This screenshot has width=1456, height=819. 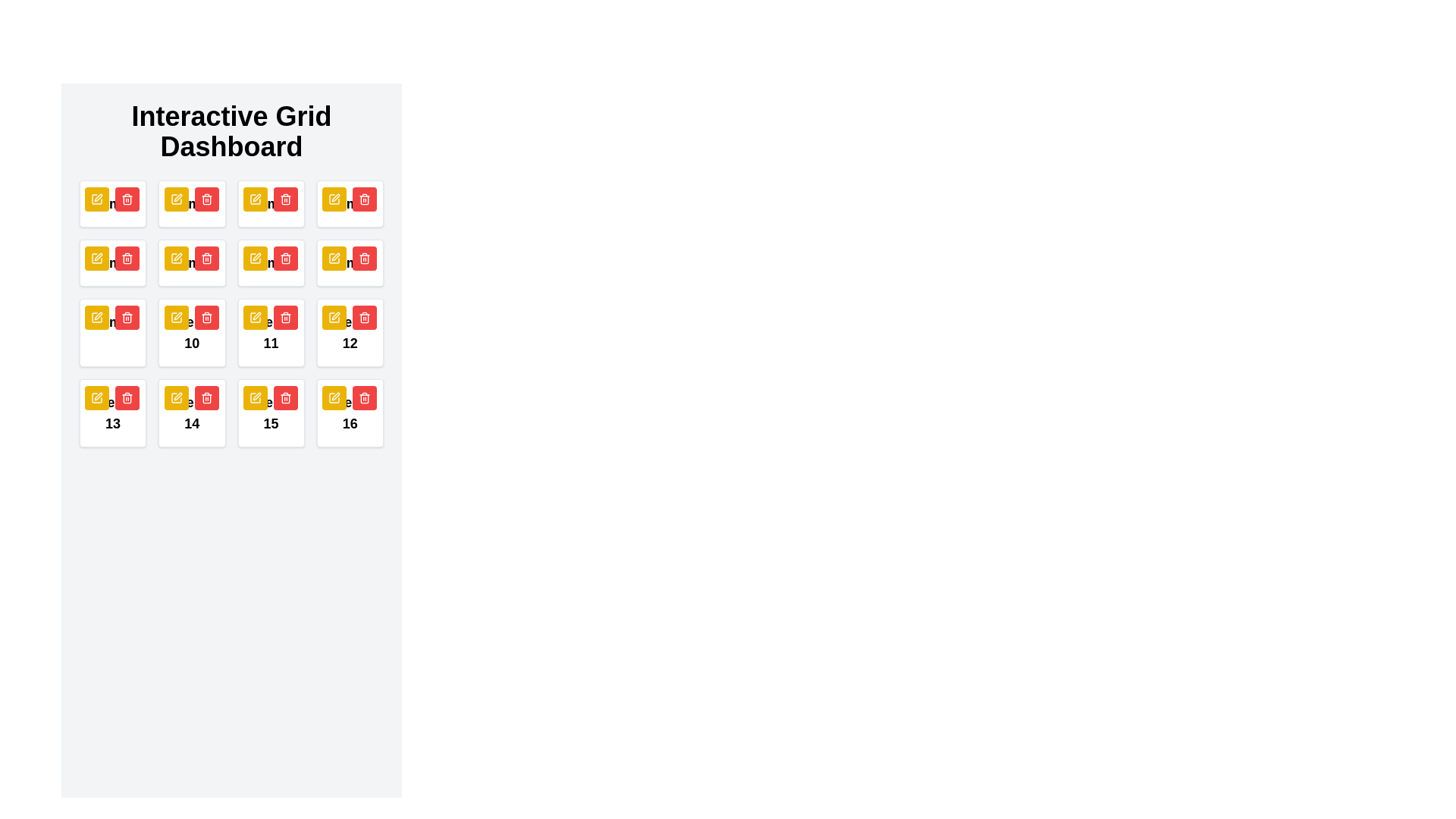 What do you see at coordinates (285, 317) in the screenshot?
I see `the delete button located to the right of the yellow edit button in the top-right corner of the card` at bounding box center [285, 317].